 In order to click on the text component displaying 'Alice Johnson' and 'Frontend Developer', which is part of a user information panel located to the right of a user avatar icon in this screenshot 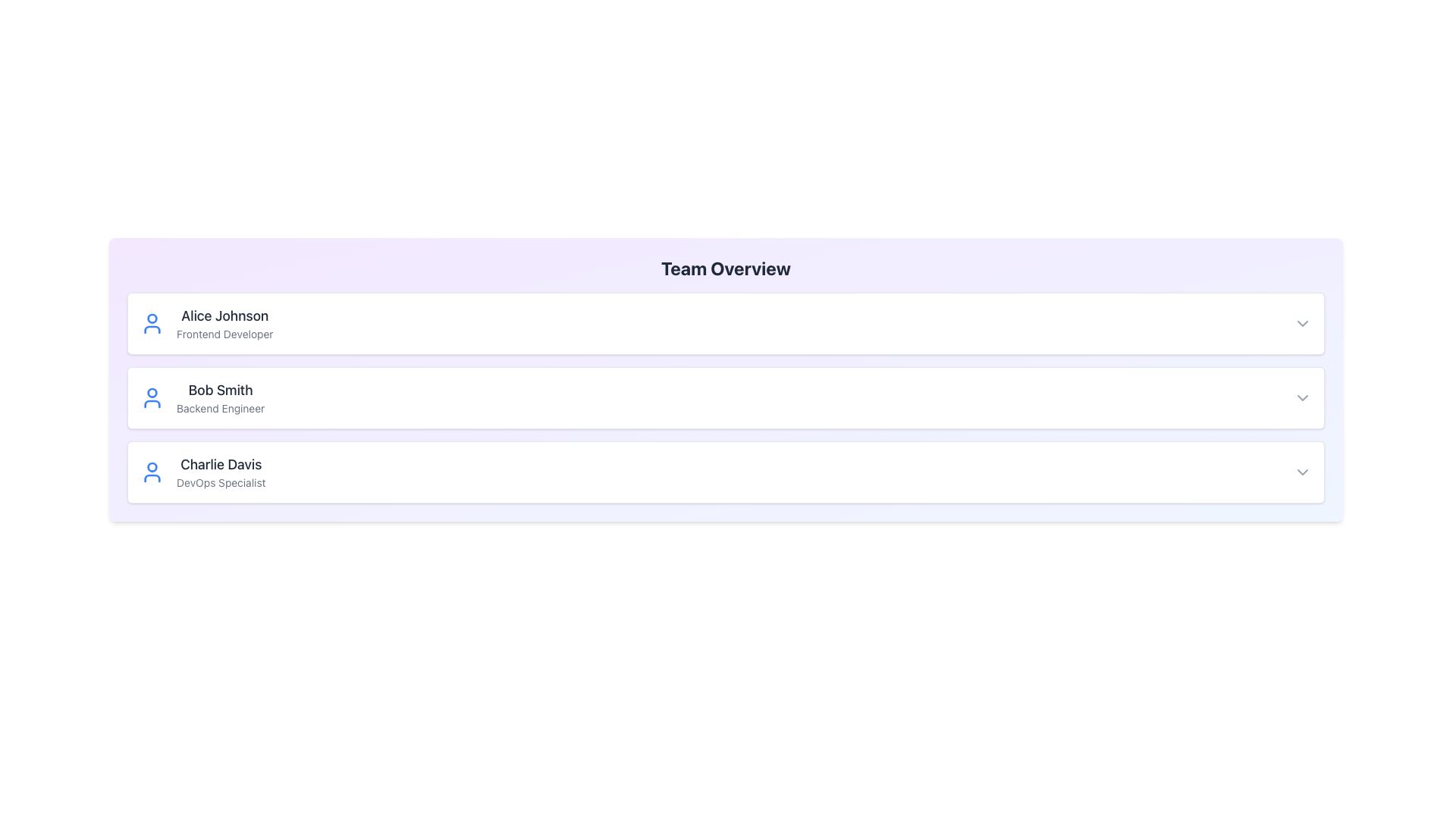, I will do `click(224, 323)`.